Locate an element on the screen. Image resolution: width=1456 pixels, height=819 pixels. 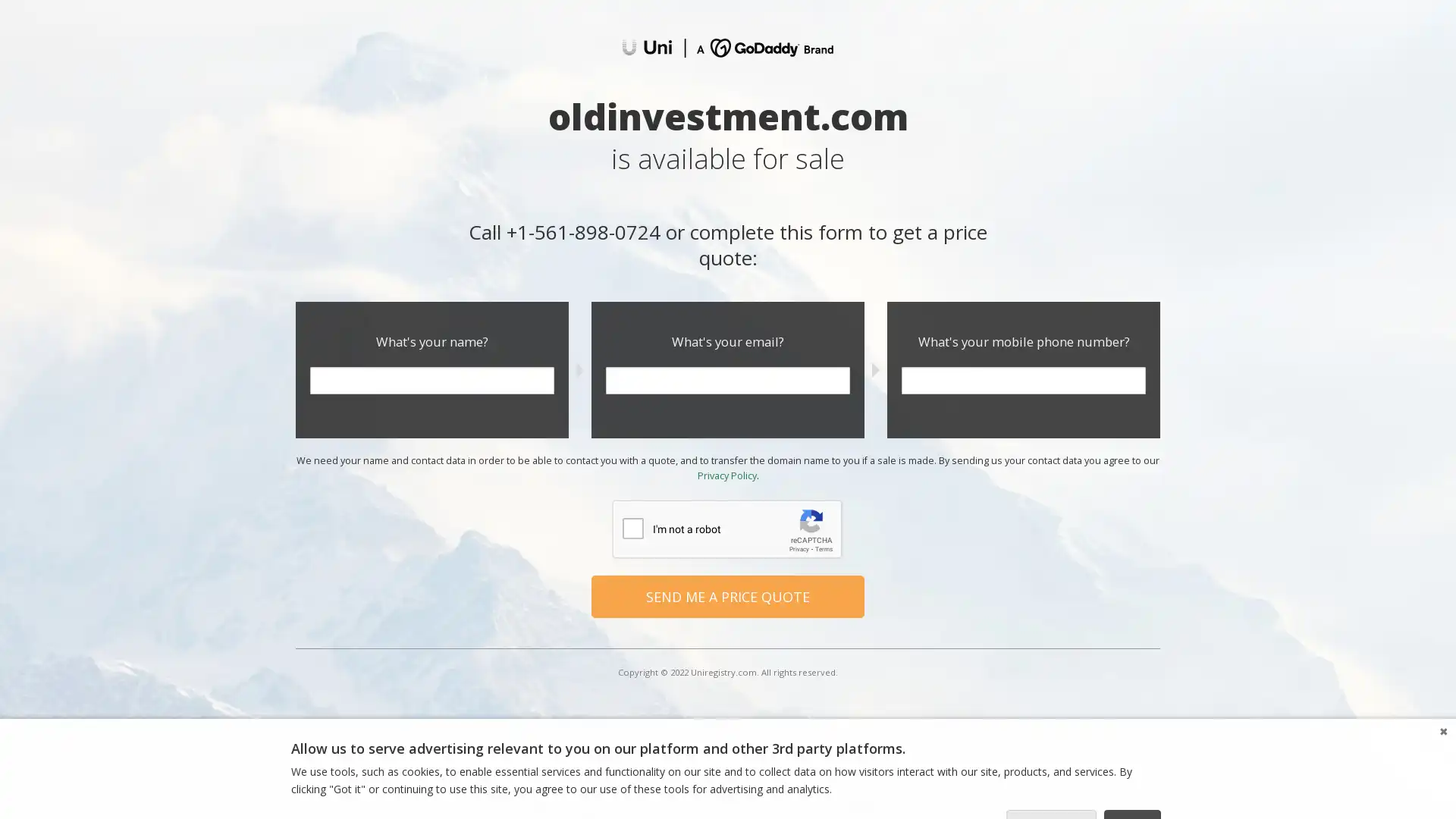
SEND ME A PRICE QUOTE is located at coordinates (728, 595).